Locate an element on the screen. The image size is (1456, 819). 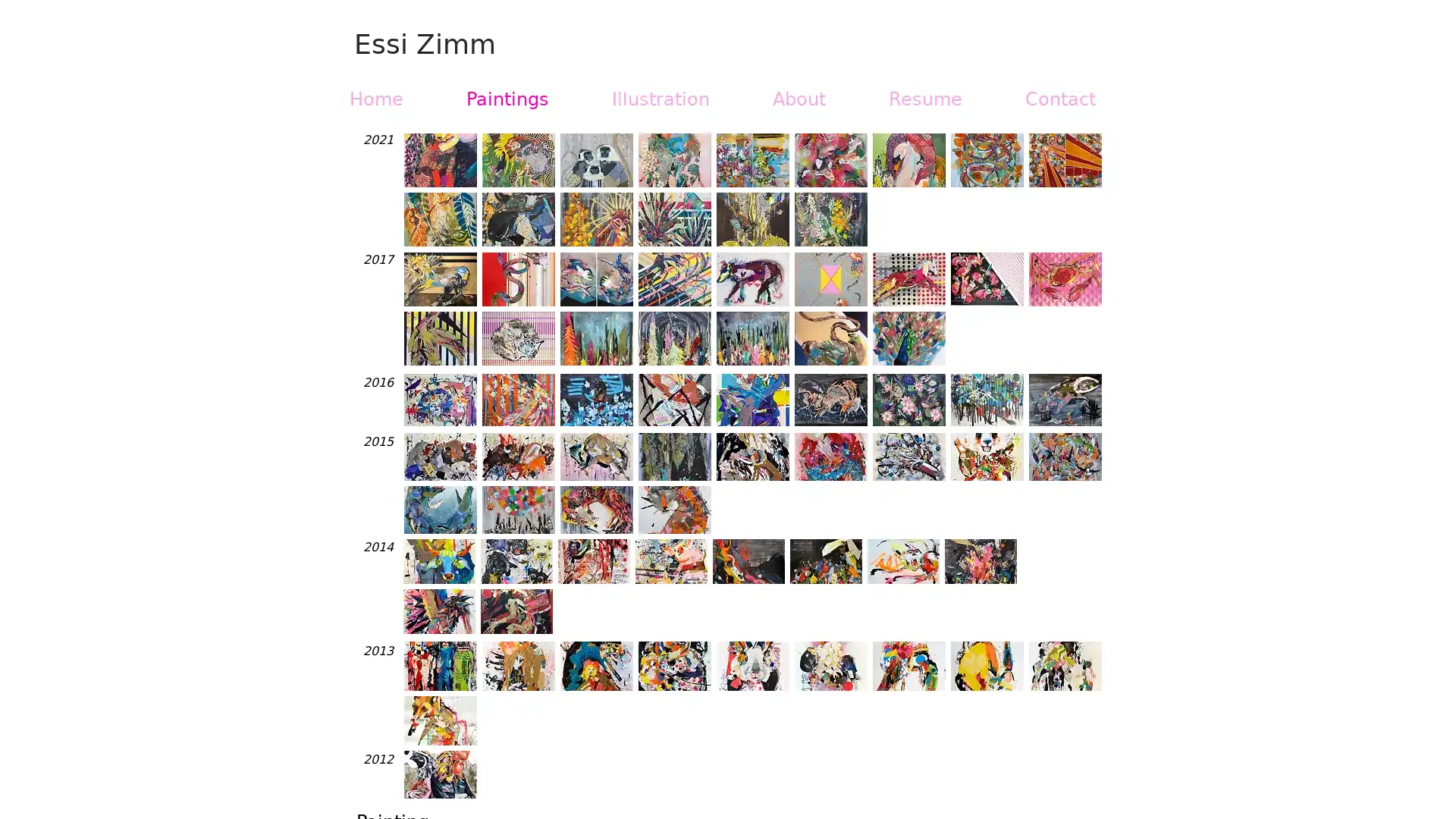
previous is located at coordinates (435, 706).